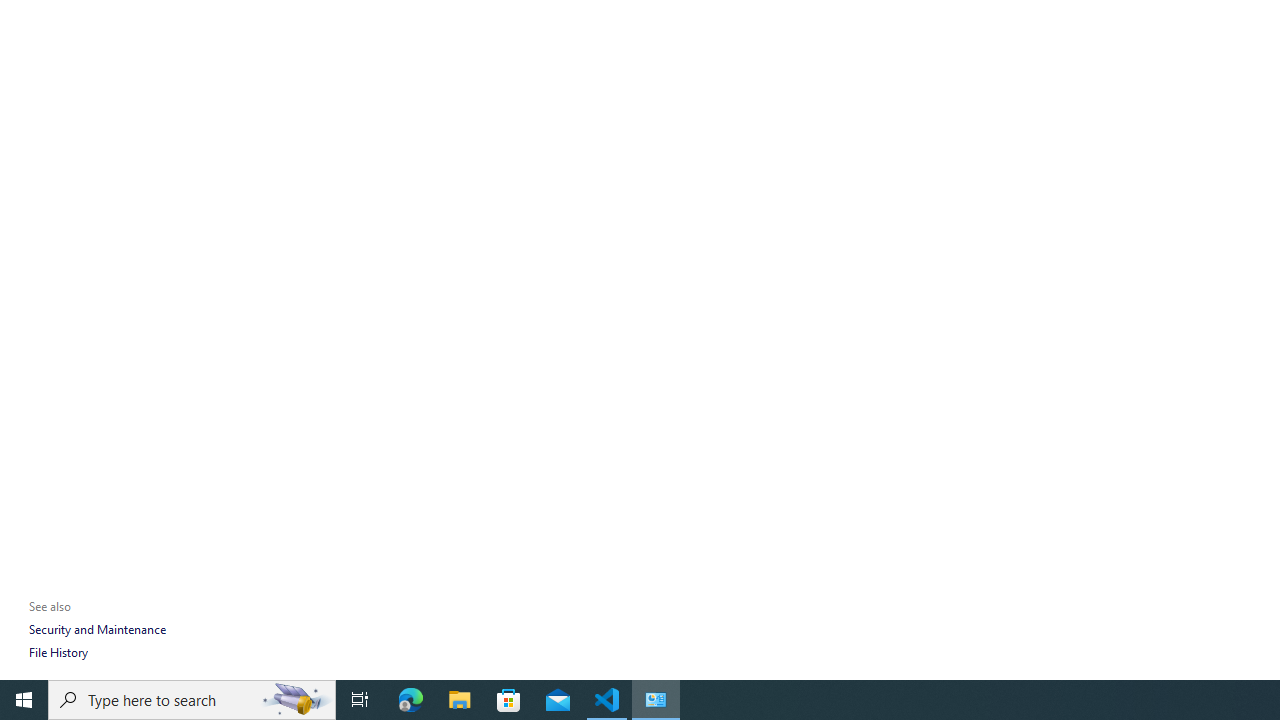 Image resolution: width=1280 pixels, height=720 pixels. Describe the element at coordinates (96, 628) in the screenshot. I see `'Security and Maintenance'` at that location.